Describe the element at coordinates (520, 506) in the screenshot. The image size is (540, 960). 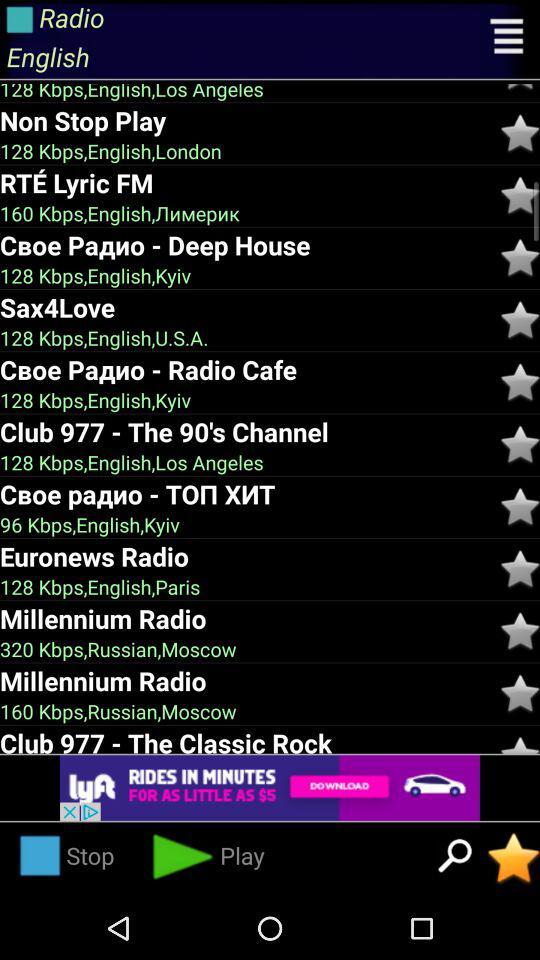
I see `rating` at that location.